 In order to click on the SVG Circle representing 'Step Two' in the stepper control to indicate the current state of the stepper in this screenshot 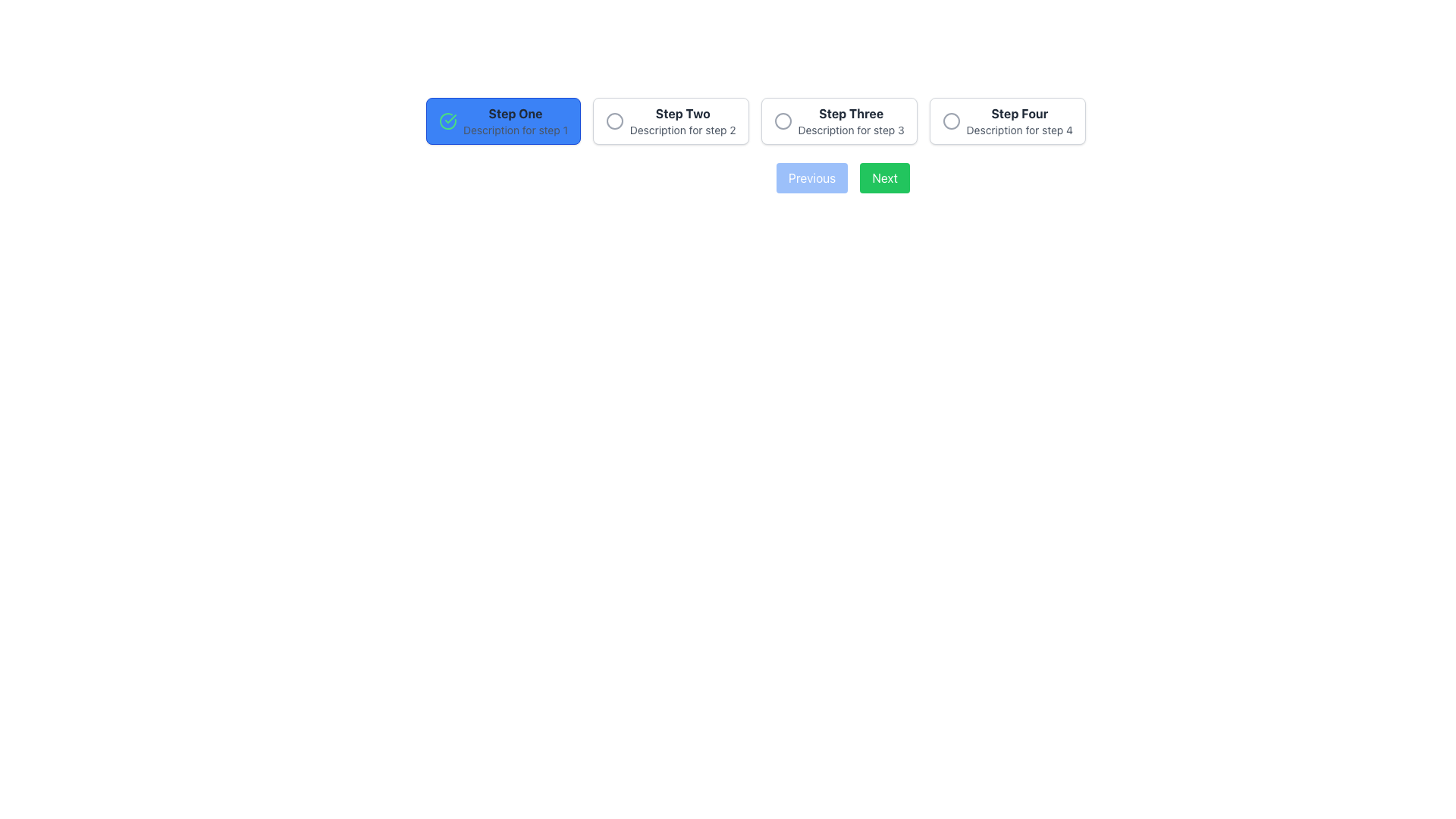, I will do `click(614, 120)`.